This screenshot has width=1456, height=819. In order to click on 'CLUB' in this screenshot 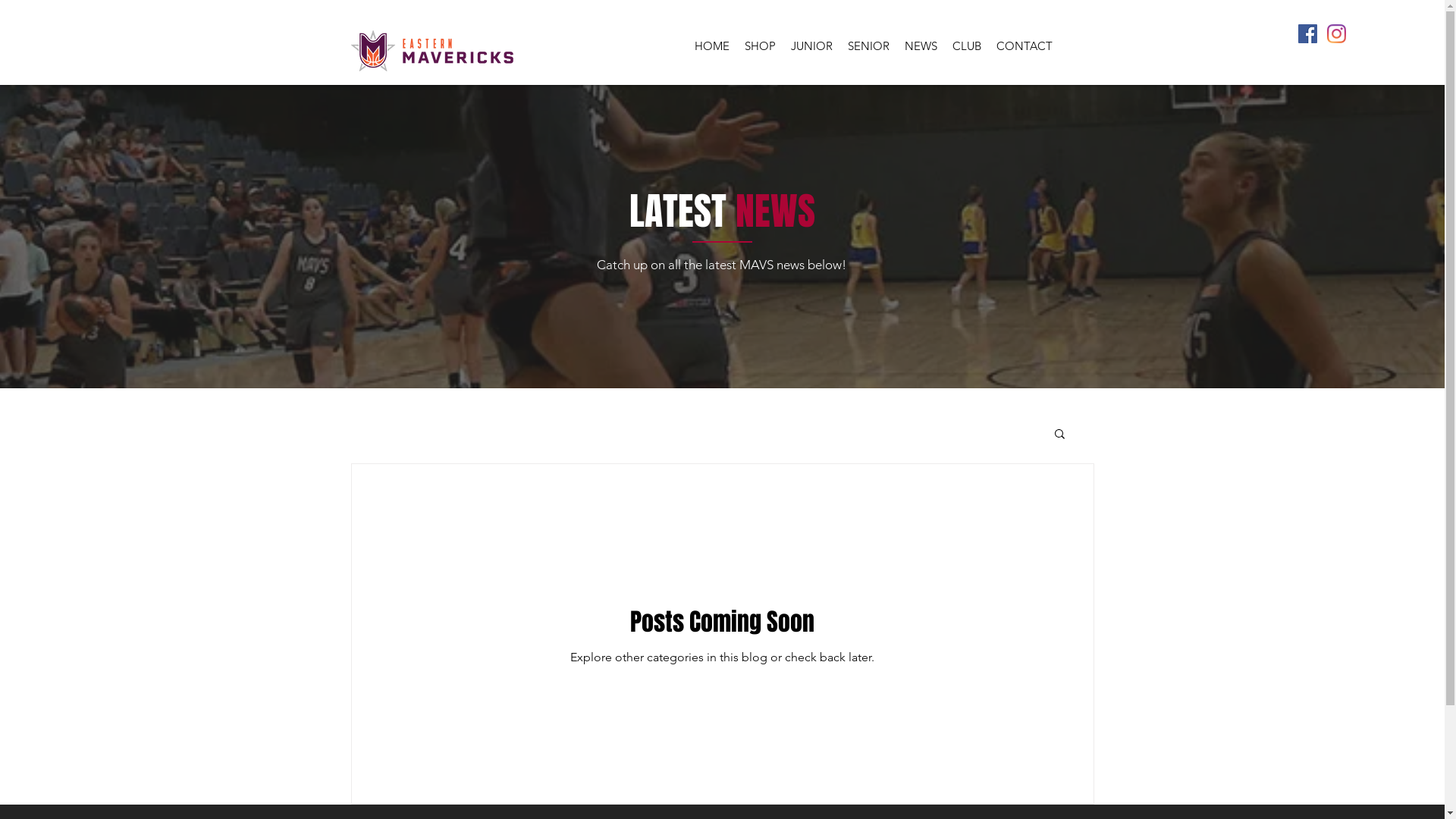, I will do `click(966, 45)`.